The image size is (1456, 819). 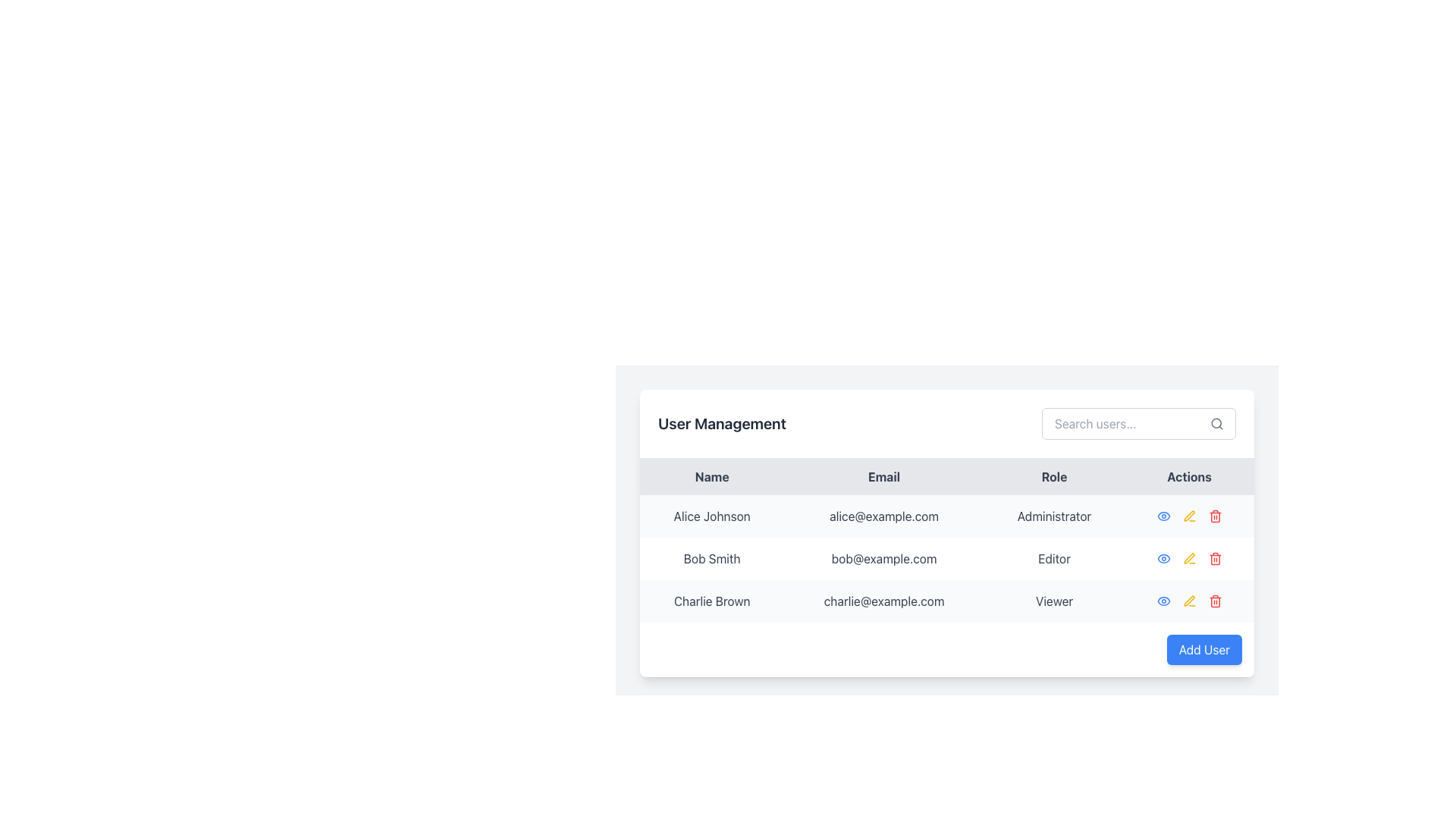 What do you see at coordinates (1053, 558) in the screenshot?
I see `the static text label indicating the role assigned to the user 'Bob Smith' in the 'Role' column of the table, which is located in the second row, adjacent to the 'Email' column` at bounding box center [1053, 558].